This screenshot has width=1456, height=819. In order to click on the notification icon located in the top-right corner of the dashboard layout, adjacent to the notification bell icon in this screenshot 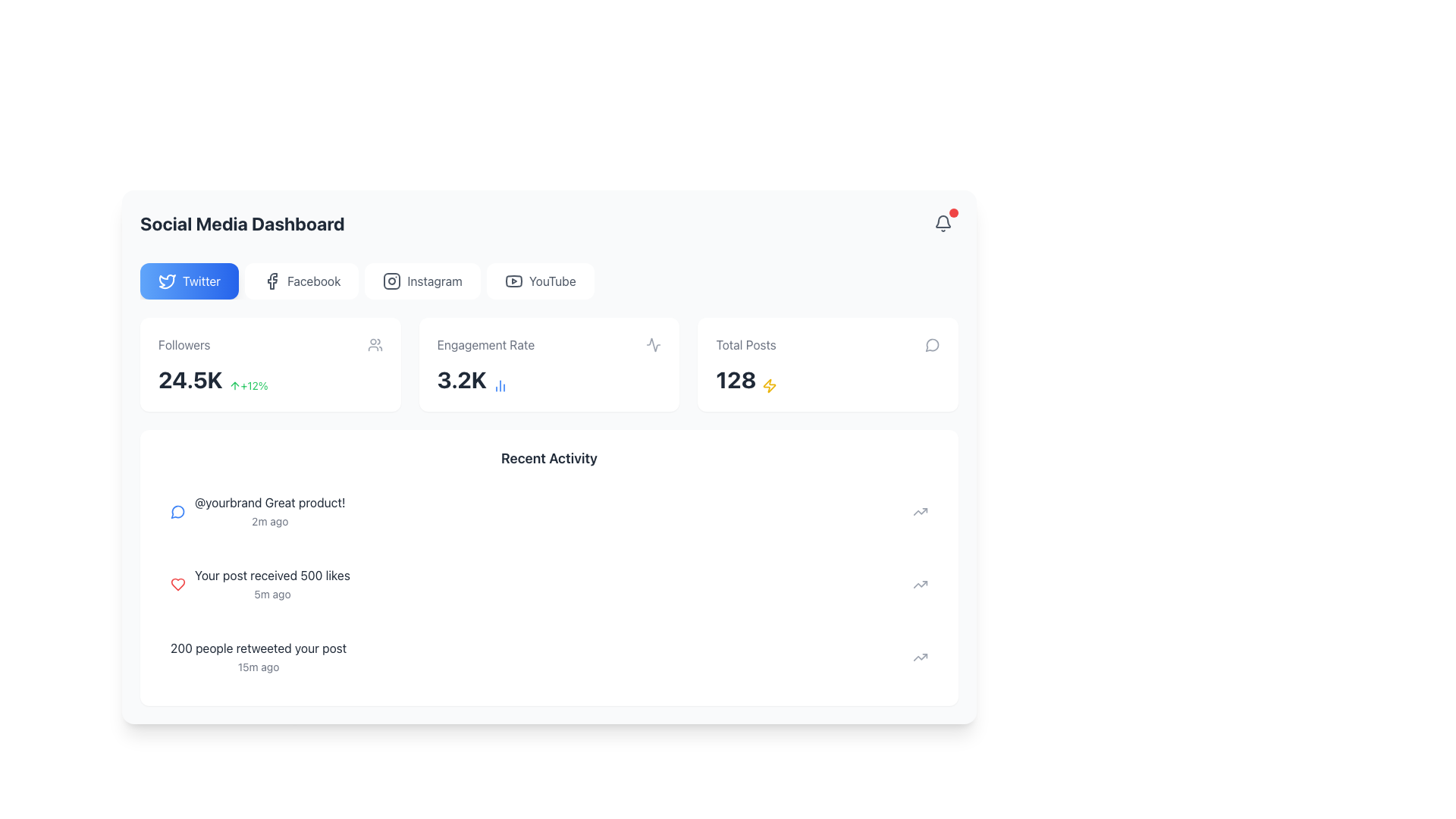, I will do `click(770, 385)`.